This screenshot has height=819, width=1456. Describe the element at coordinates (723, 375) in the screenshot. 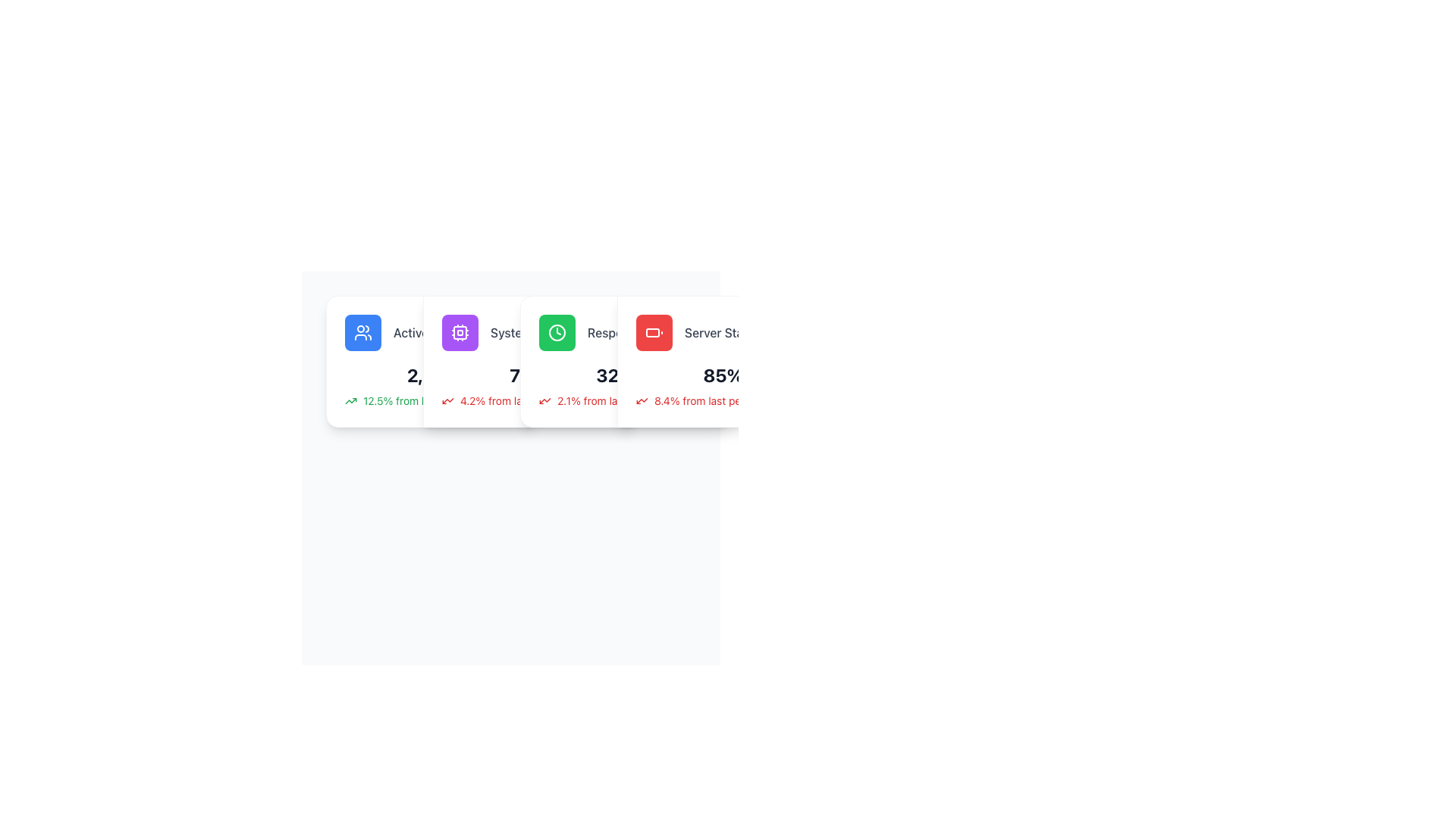

I see `the text indicating the server status percentage, which is centrally aligned within the 'Server Status' section and located above the smaller text '8.4% from last period'` at that location.